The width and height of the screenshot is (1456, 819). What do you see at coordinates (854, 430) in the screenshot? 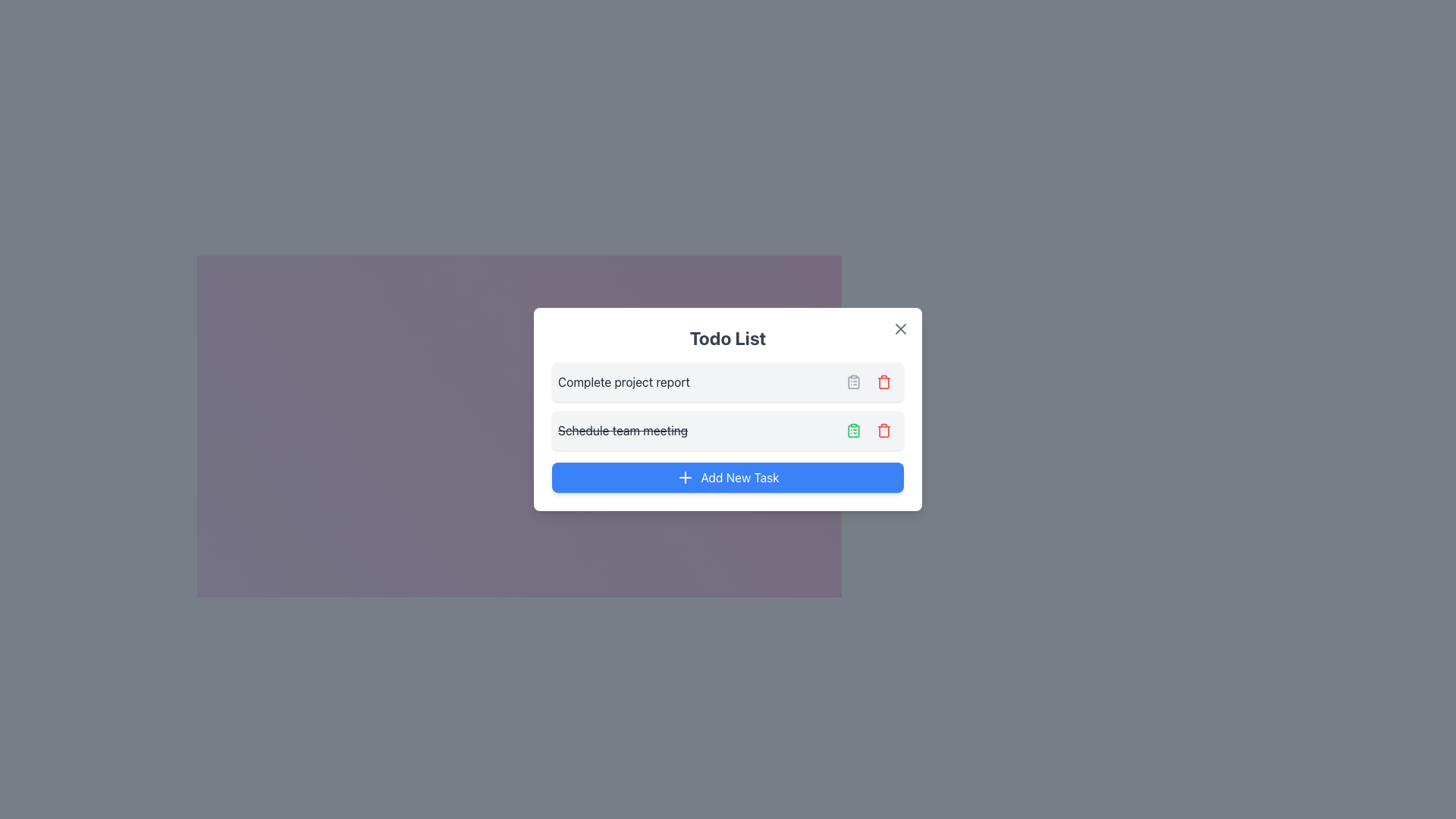
I see `the circular button with a green border and clipboard icon located to the immediate right of the text 'Schedule team meeting' in the task list` at bounding box center [854, 430].